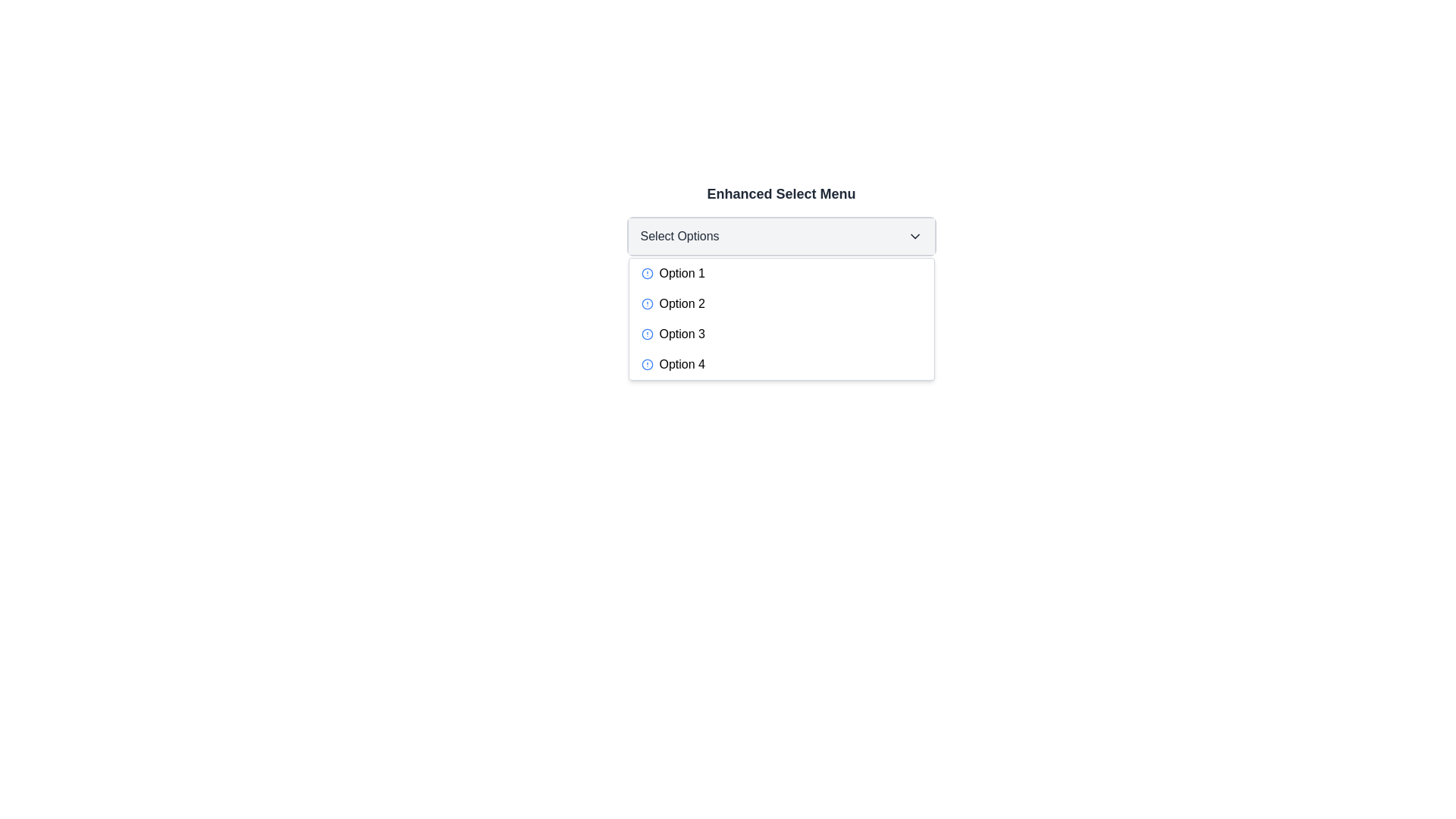  I want to click on the first list item in the 'Enhanced Select Menu' dropdown, which is positioned at the top of the list, so click(672, 274).